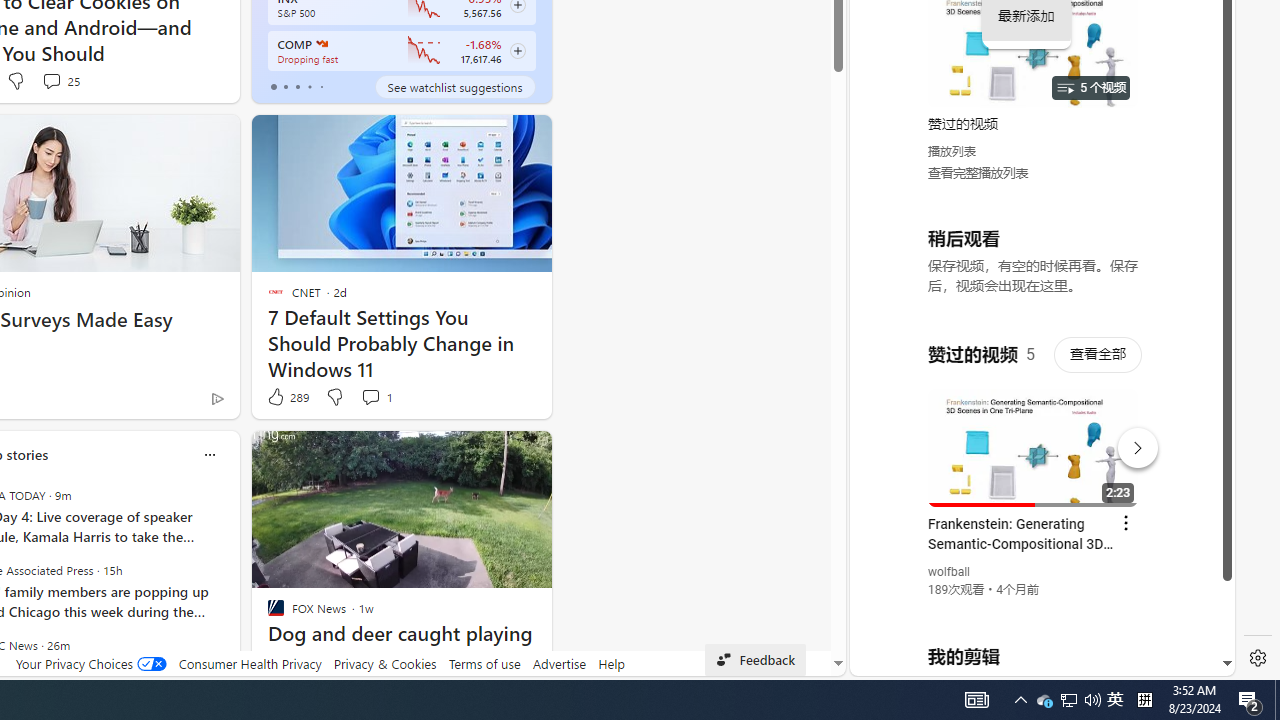  Describe the element at coordinates (454, 86) in the screenshot. I see `'See watchlist suggestions'` at that location.